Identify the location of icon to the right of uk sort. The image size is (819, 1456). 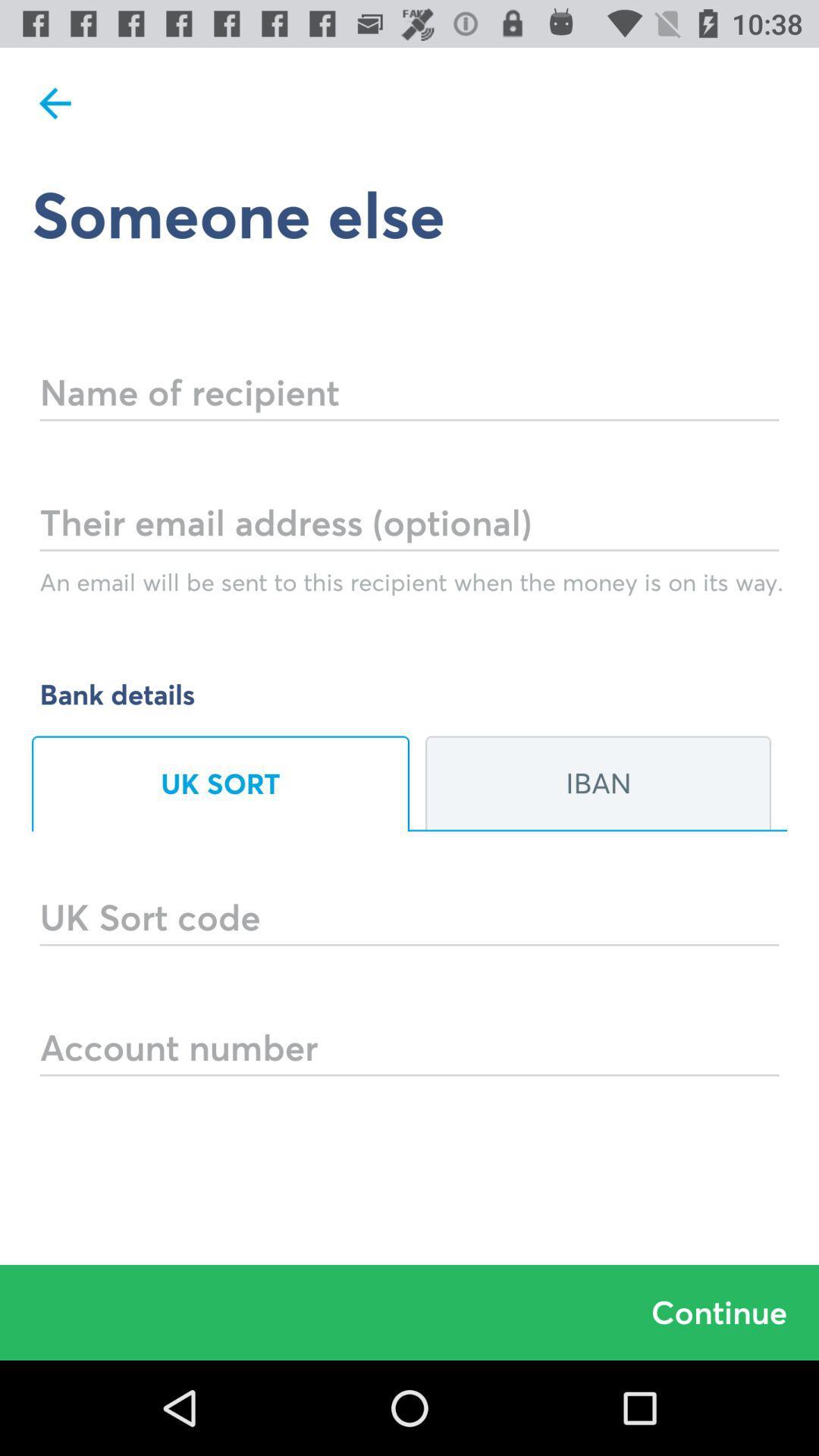
(598, 783).